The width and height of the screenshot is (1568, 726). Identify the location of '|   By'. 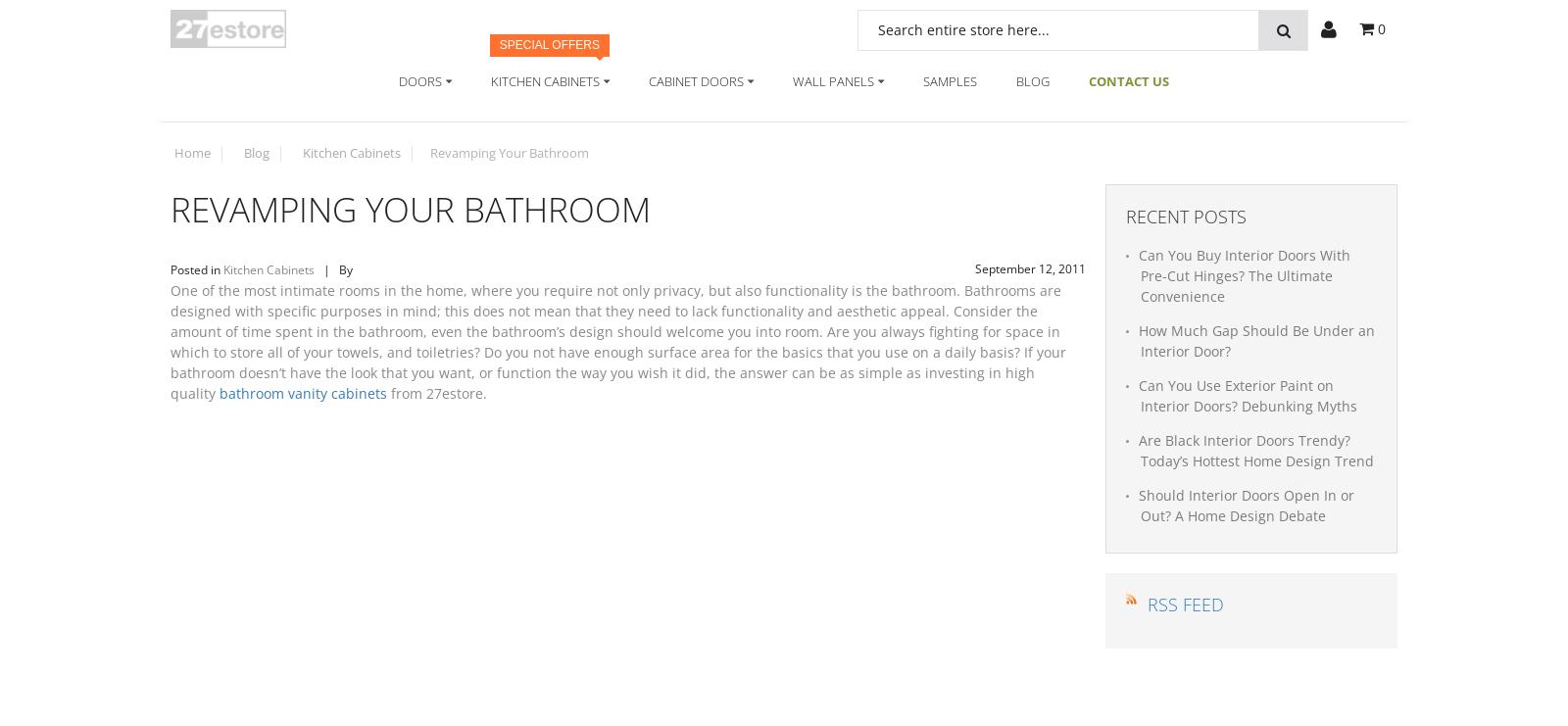
(334, 268).